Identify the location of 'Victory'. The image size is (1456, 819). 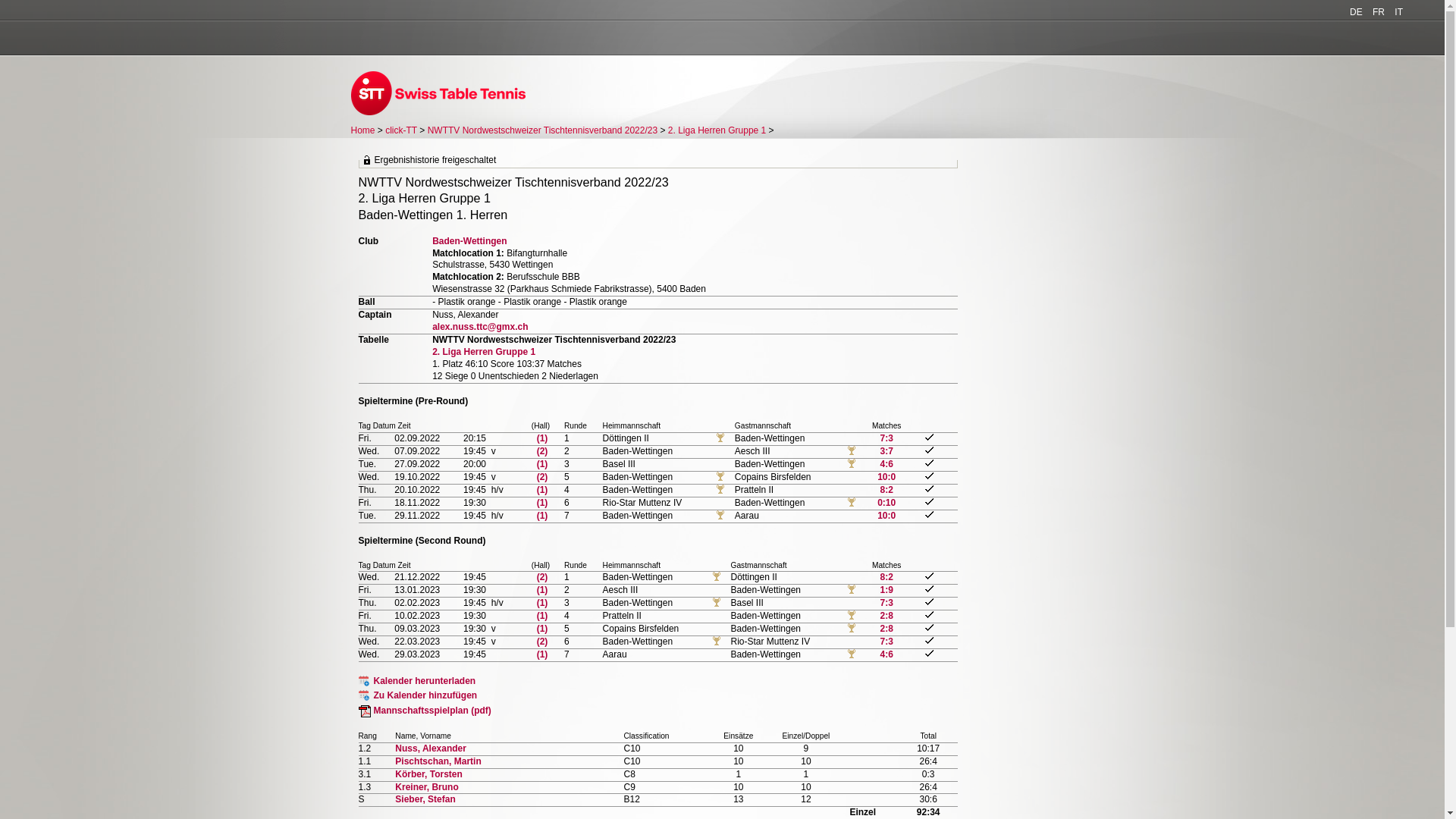
(847, 450).